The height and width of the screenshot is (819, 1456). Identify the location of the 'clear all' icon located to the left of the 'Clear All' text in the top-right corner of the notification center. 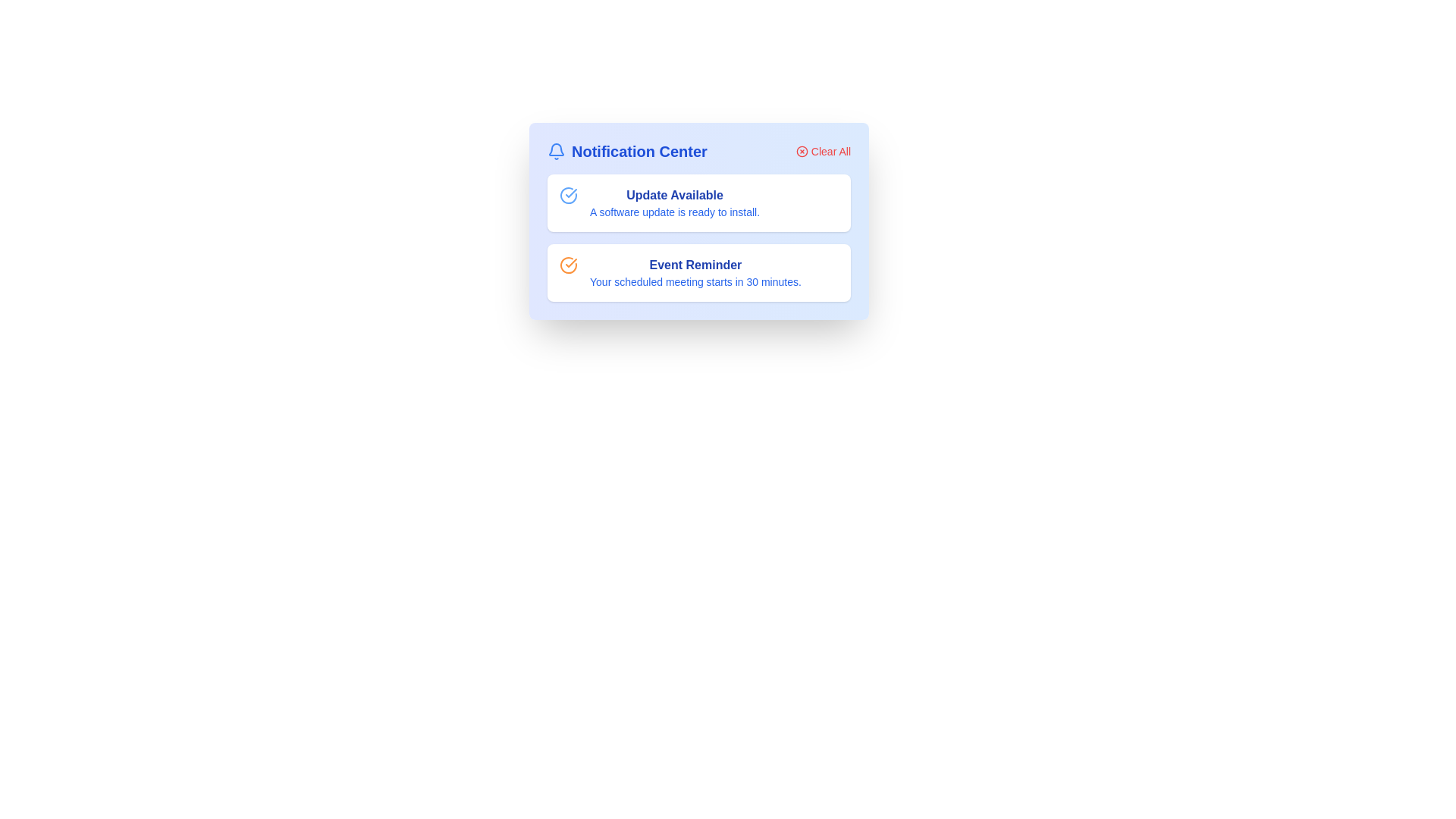
(801, 152).